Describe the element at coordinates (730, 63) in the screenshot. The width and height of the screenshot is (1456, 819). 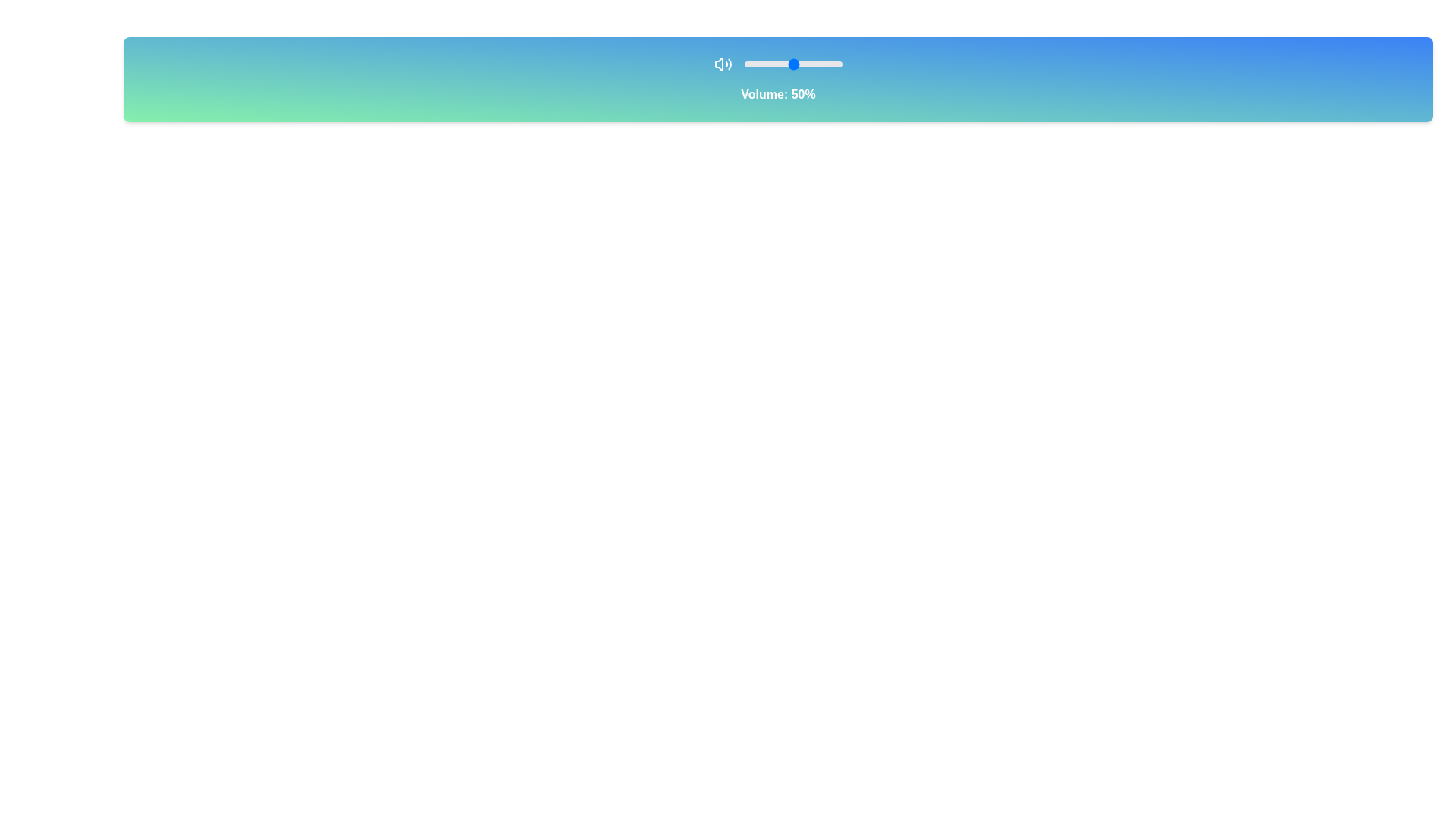
I see `the third curve of the sound wave icon, which is part of the sound icon on the left side of the top blue-green gradient bar` at that location.